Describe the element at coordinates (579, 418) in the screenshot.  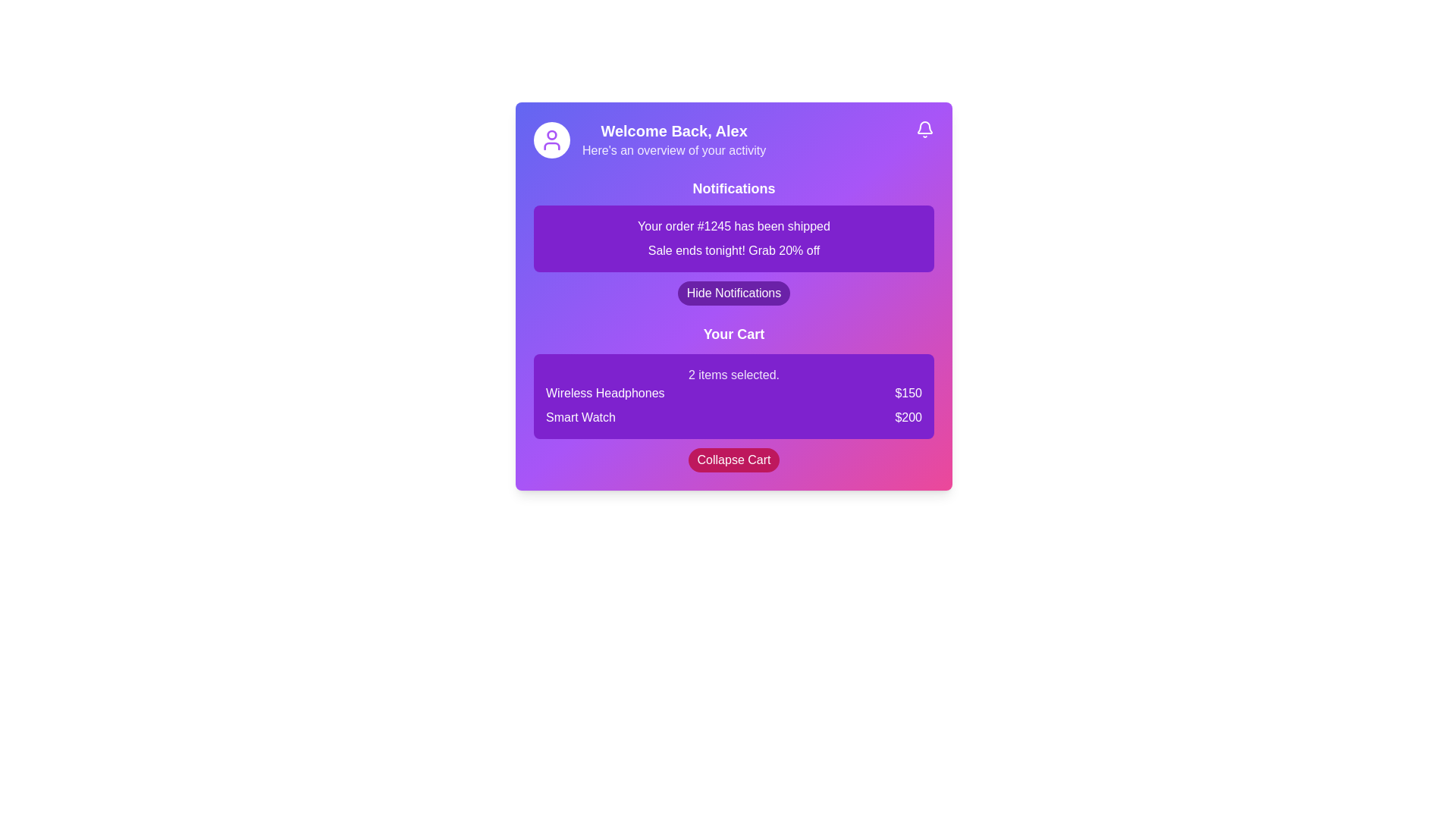
I see `the 'Smart Watch' text label, which is displayed in white font on a purple background, located in the 'Your Cart' section below 'Wireless Headphones'` at that location.